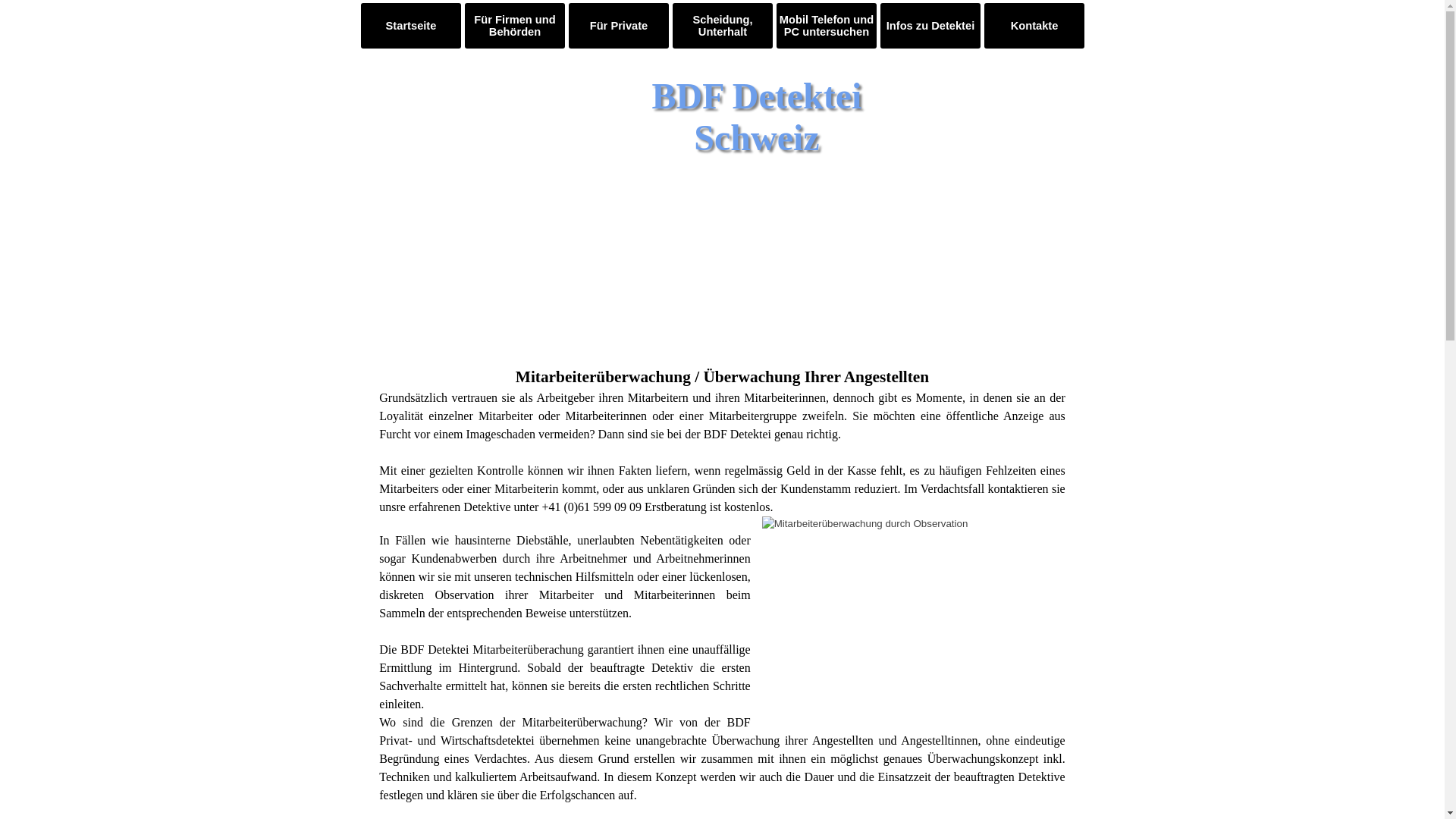 The height and width of the screenshot is (819, 1456). I want to click on 'Startseite', so click(411, 26).